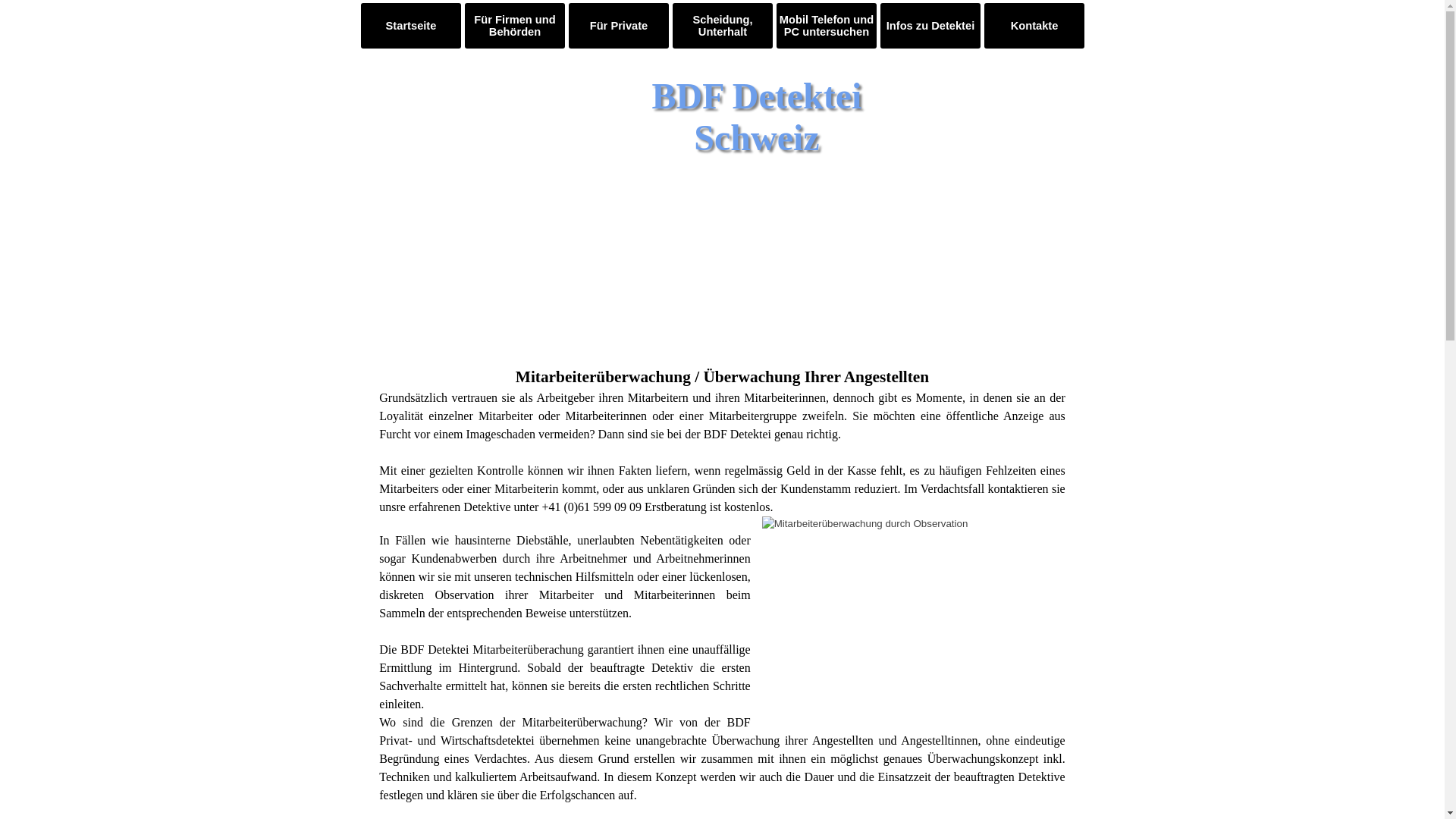 The height and width of the screenshot is (819, 1456). I want to click on 'Startseite', so click(411, 26).